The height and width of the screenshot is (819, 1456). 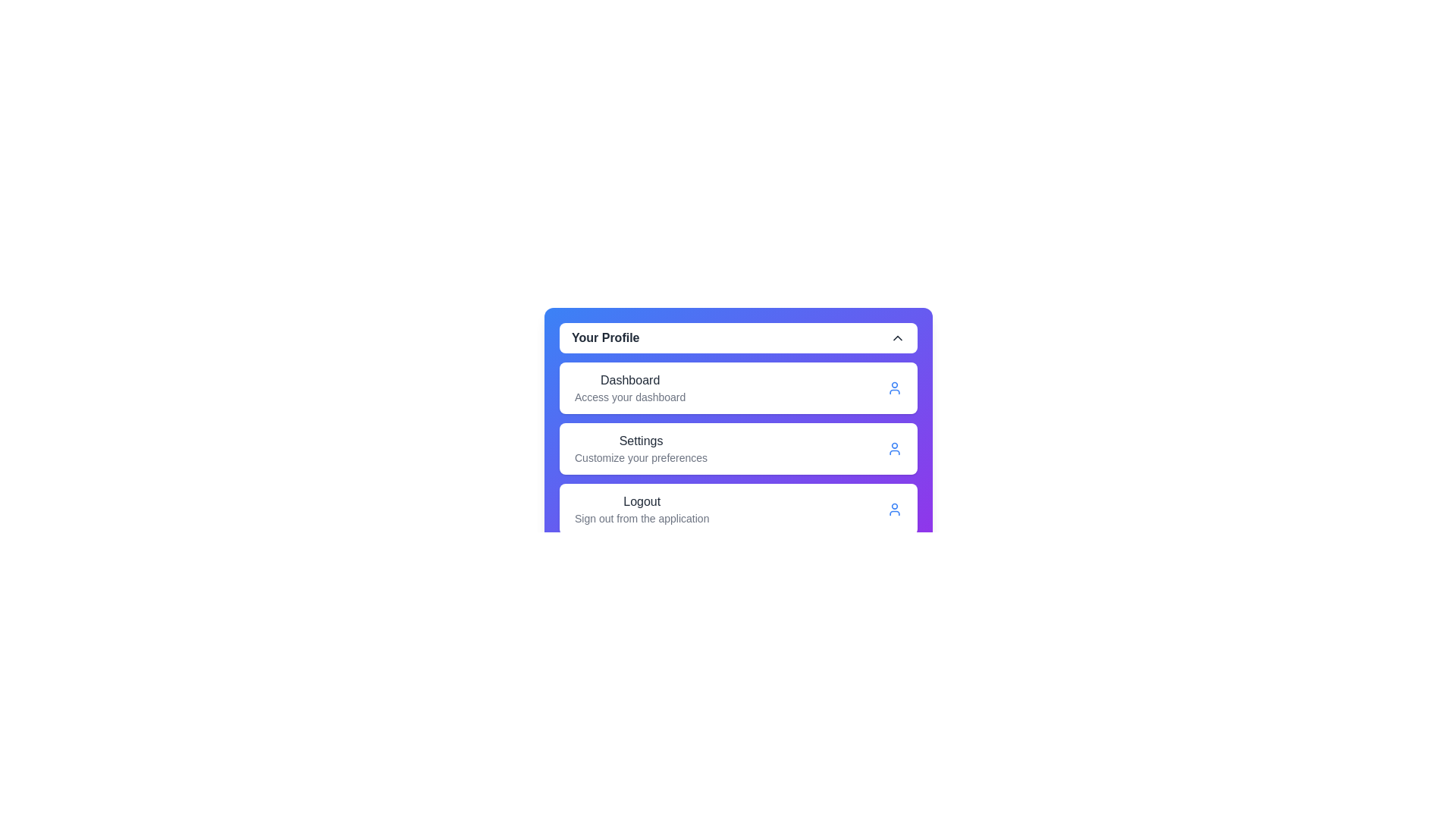 What do you see at coordinates (739, 388) in the screenshot?
I see `the menu item Dashboard in the StyledProfileMenu` at bounding box center [739, 388].